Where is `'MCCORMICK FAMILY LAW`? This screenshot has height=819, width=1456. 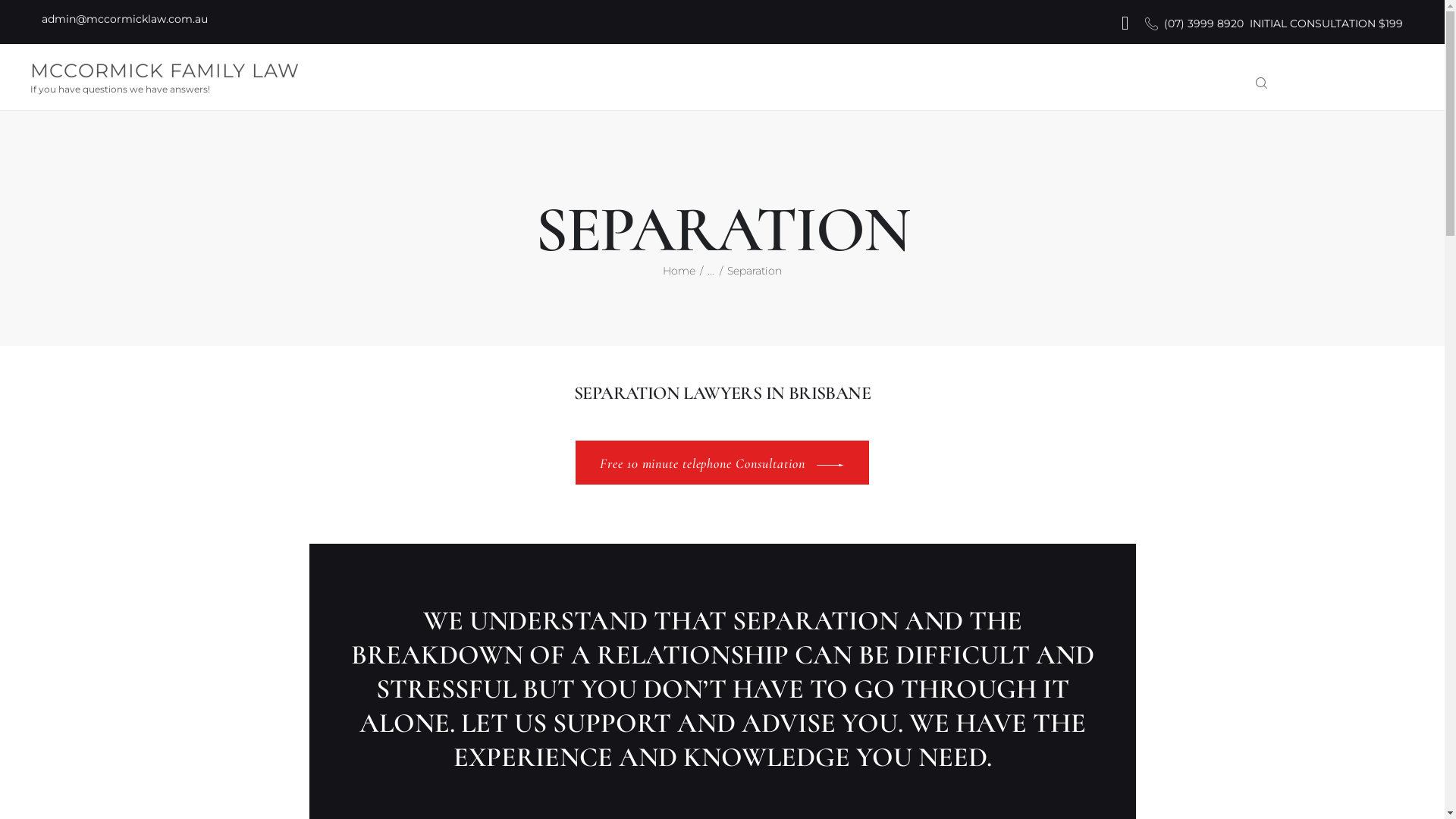
'MCCORMICK FAMILY LAW is located at coordinates (165, 77).